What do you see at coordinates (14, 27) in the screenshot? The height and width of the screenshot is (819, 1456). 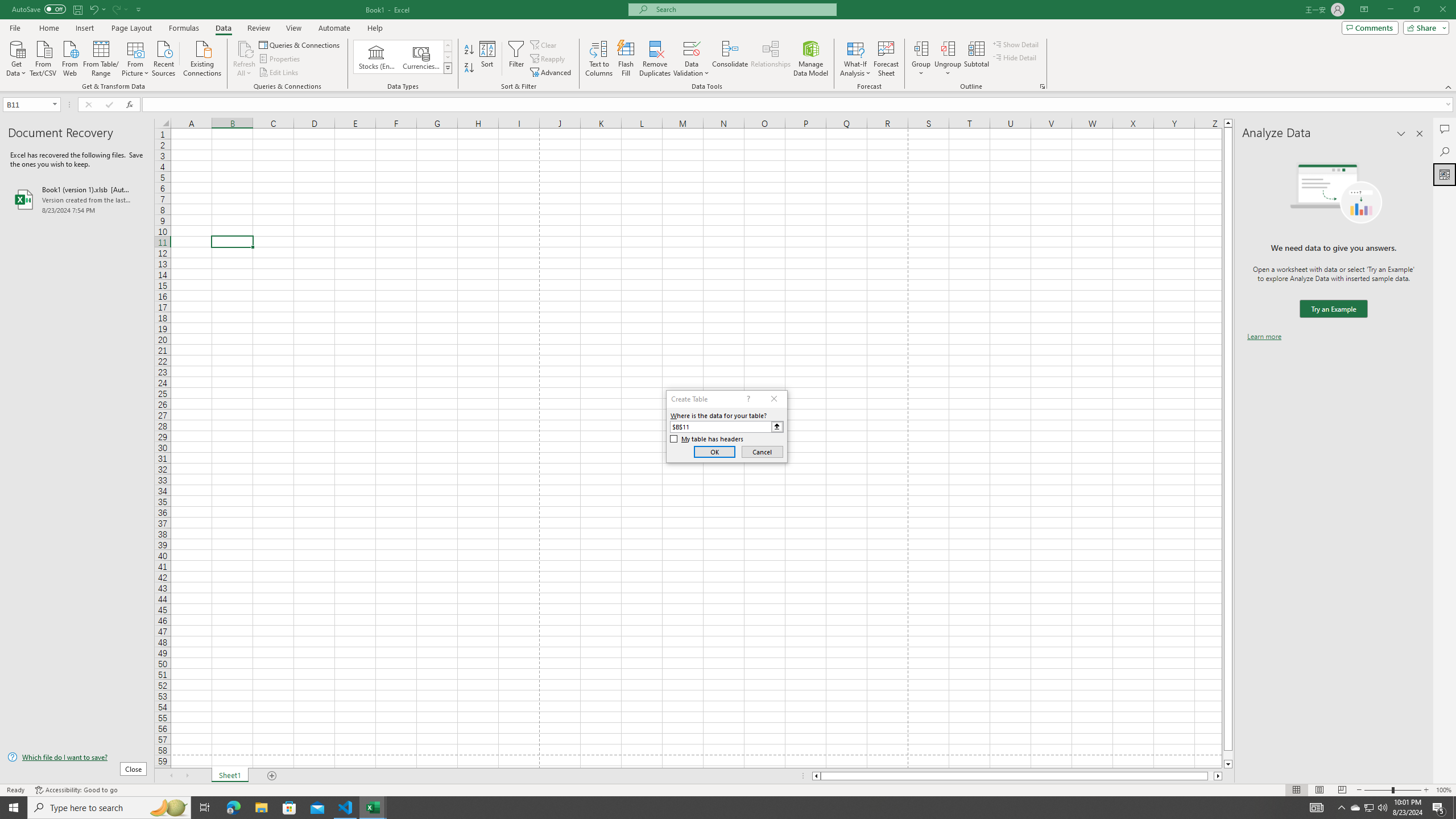 I see `'File Tab'` at bounding box center [14, 27].